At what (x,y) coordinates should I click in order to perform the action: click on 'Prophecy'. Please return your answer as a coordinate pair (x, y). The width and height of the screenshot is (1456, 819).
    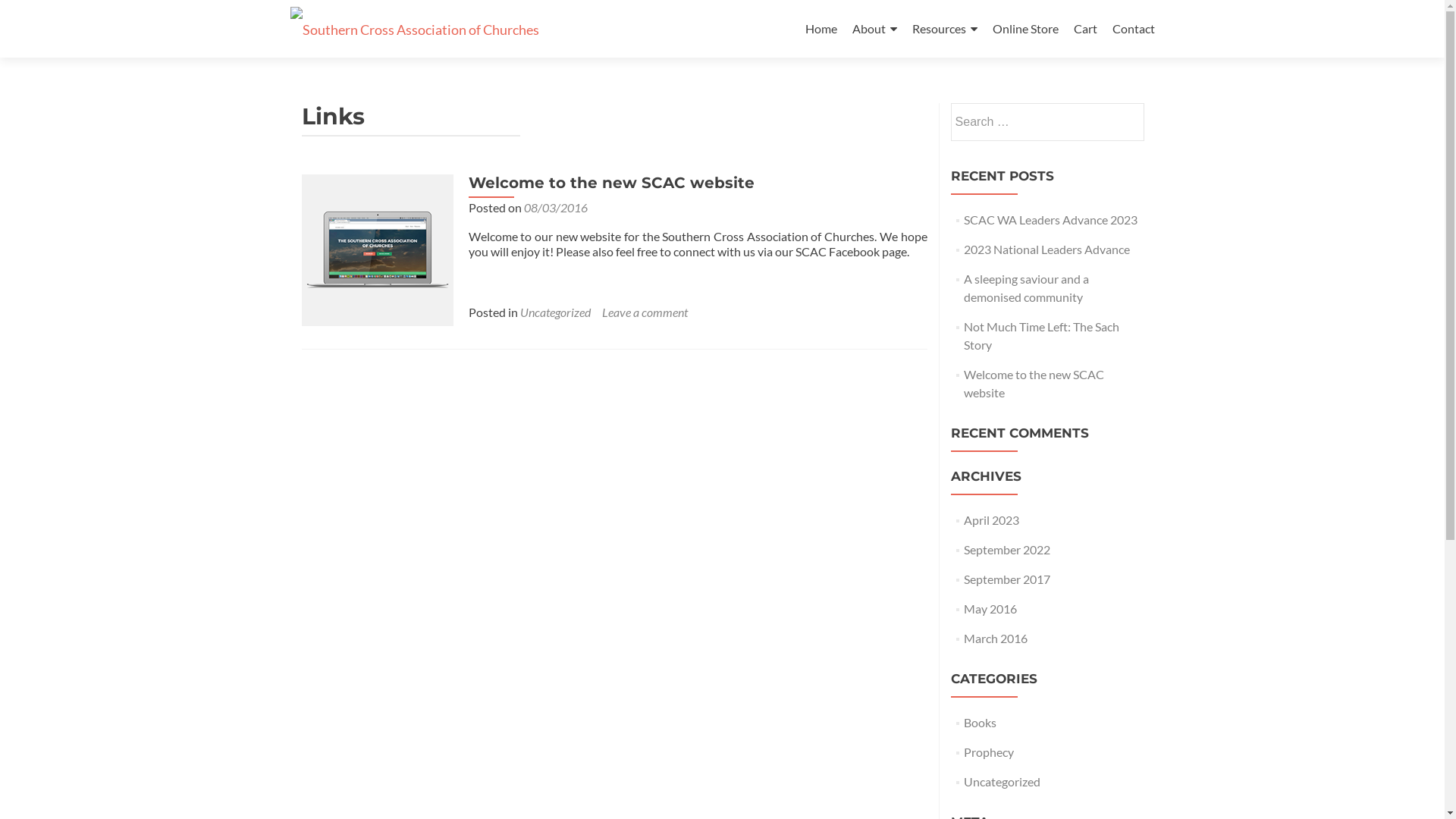
    Looking at the image, I should click on (989, 752).